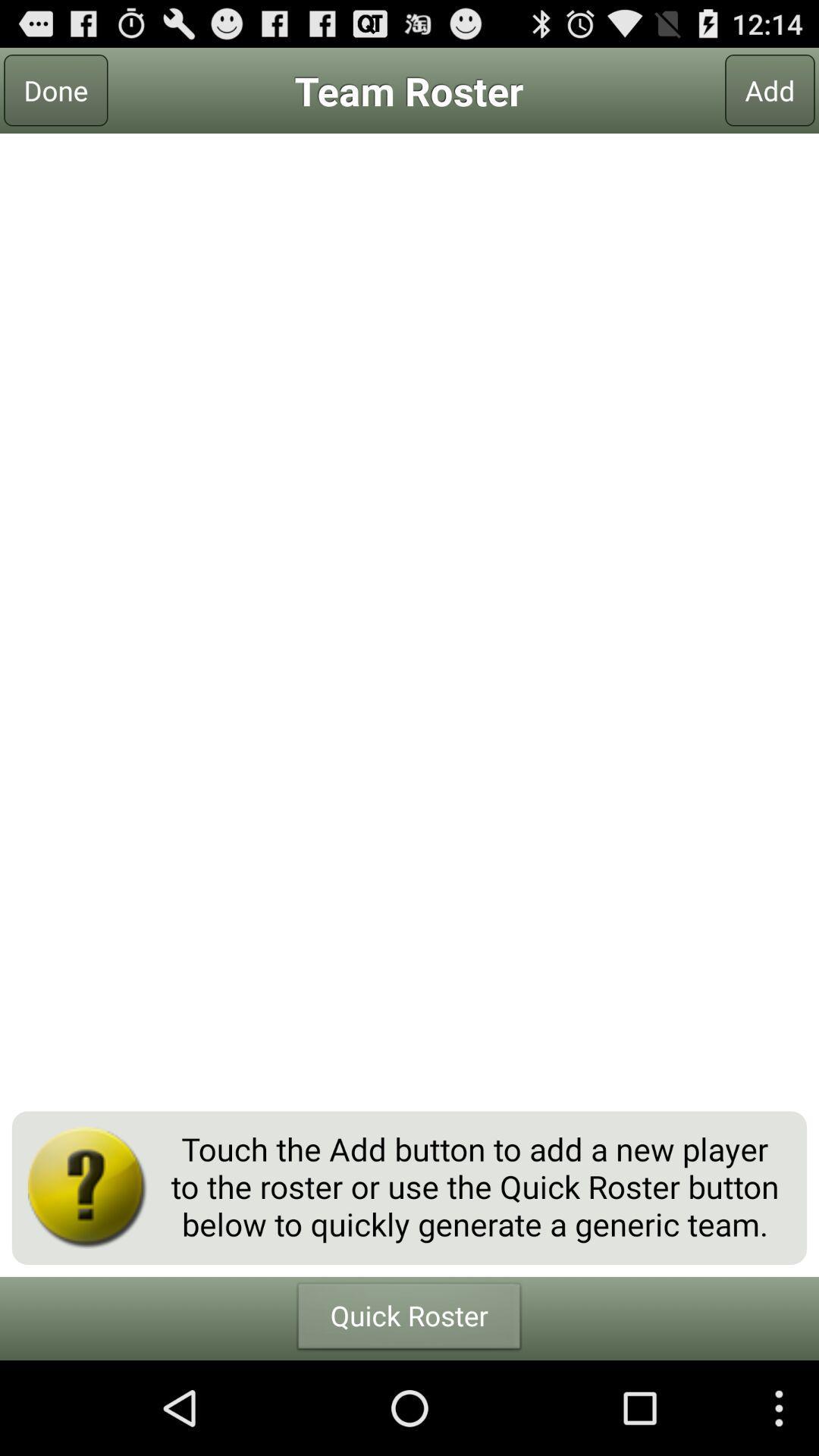 The height and width of the screenshot is (1456, 819). What do you see at coordinates (55, 89) in the screenshot?
I see `icon next to team roster item` at bounding box center [55, 89].